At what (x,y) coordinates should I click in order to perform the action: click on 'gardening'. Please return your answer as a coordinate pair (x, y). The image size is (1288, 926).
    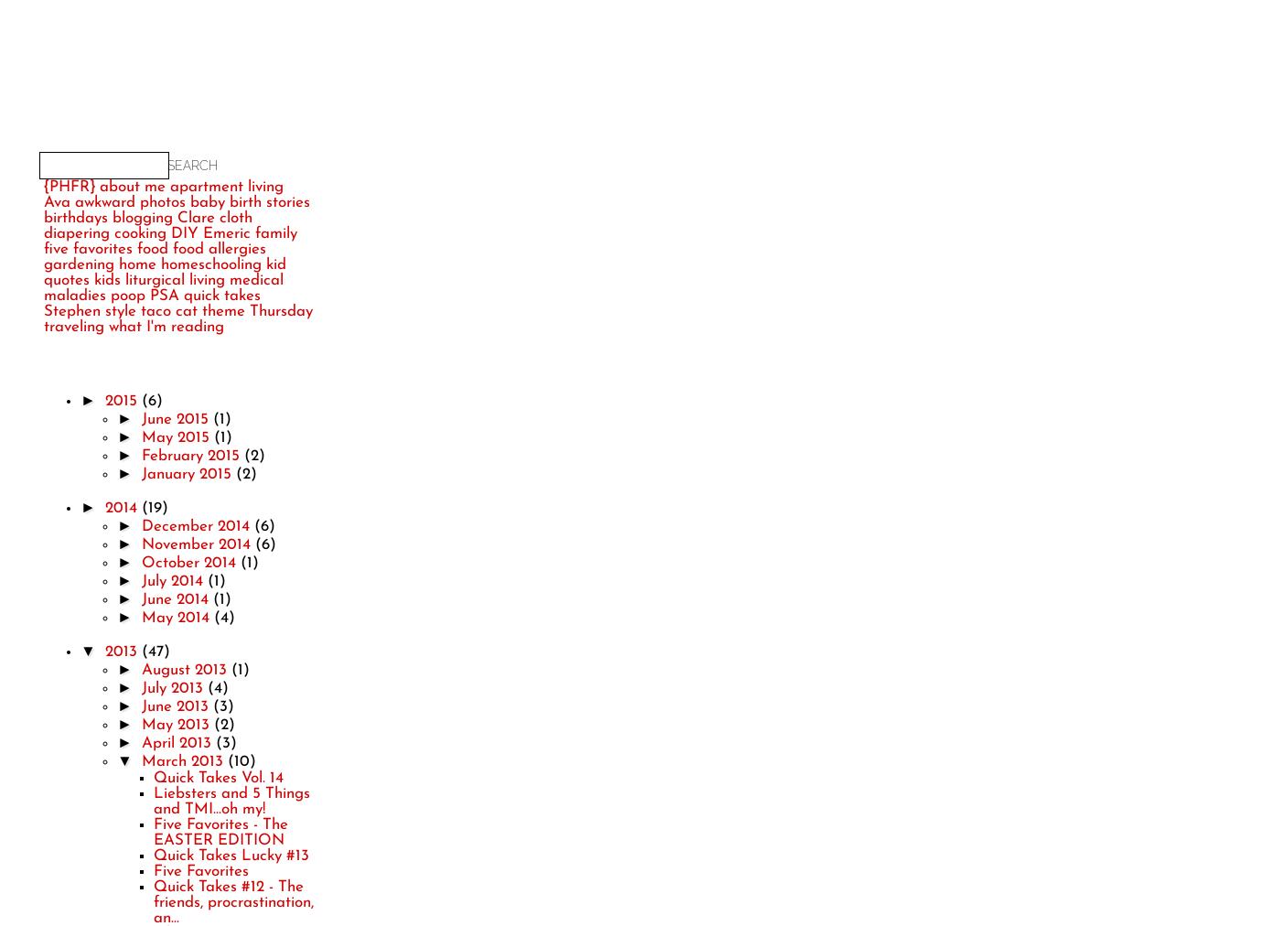
    Looking at the image, I should click on (78, 264).